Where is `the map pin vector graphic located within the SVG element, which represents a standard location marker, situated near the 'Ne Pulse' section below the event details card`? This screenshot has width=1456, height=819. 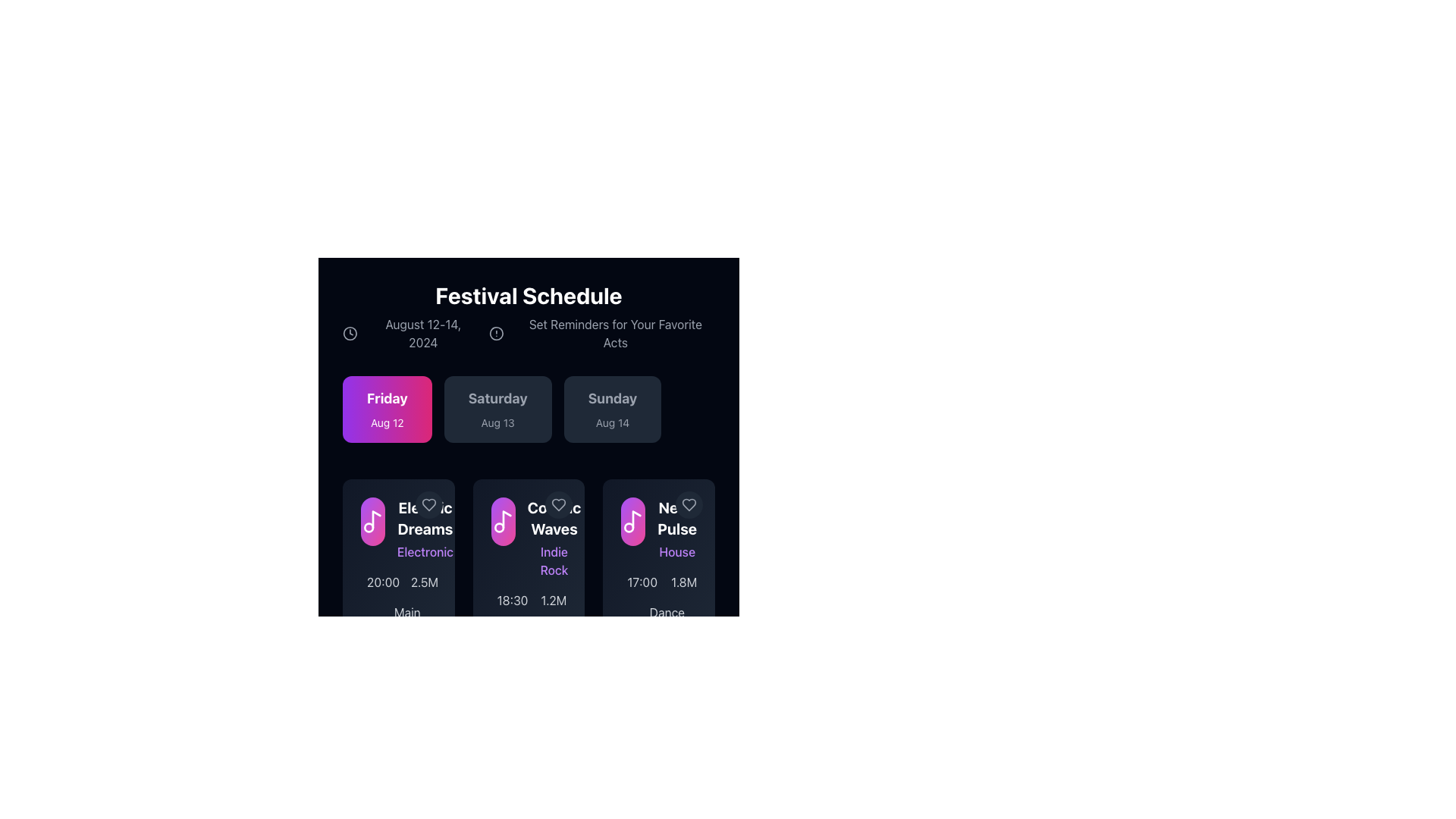 the map pin vector graphic located within the SVG element, which represents a standard location marker, situated near the 'Ne Pulse' section below the event details card is located at coordinates (626, 622).